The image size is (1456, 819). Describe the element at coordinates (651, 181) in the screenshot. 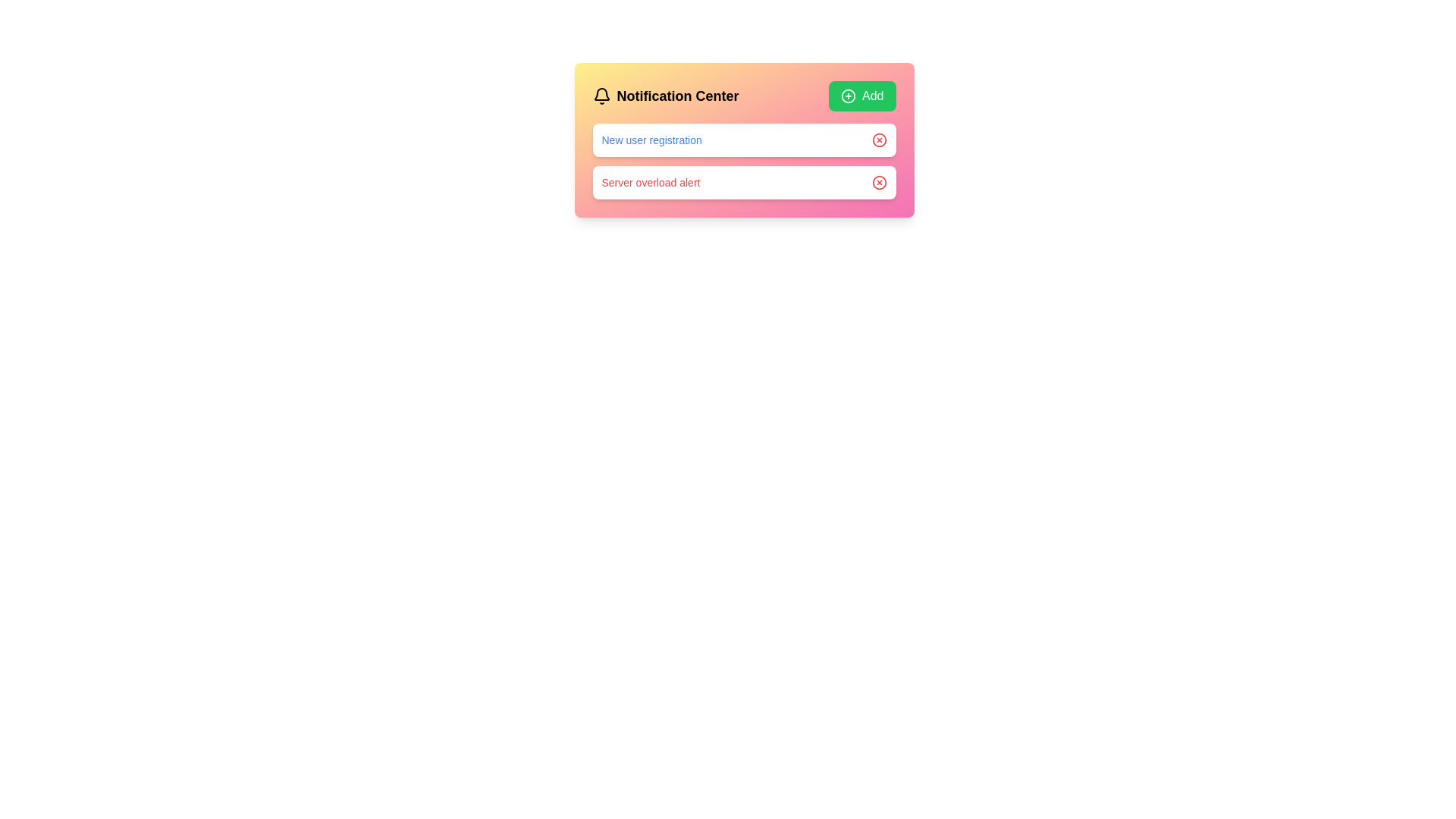

I see `the static text label displaying 'Server overload alert', which is styled in a medium-weight red font and located in the notification card, below the 'New user registration' label` at that location.